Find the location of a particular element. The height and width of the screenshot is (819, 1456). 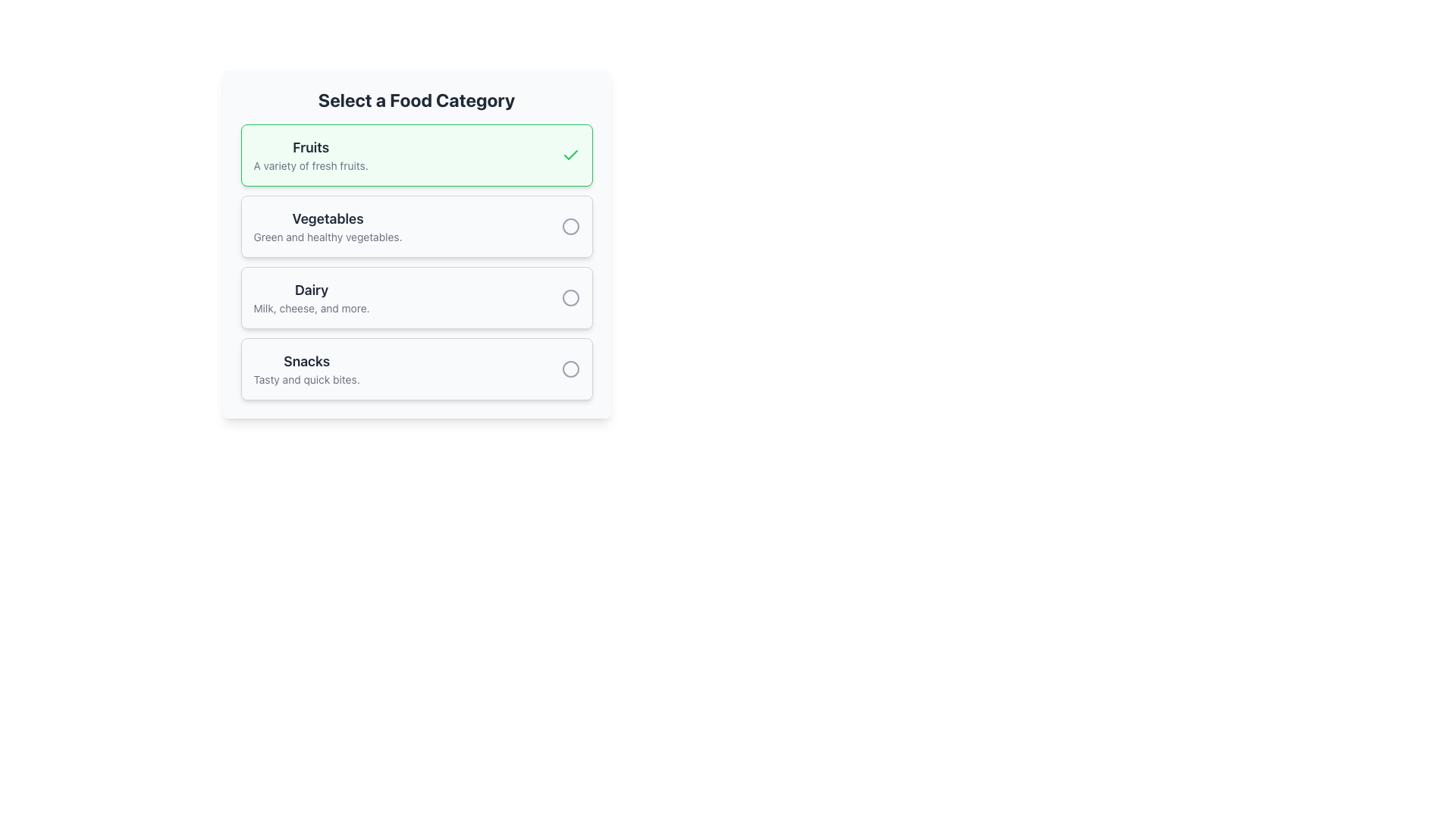

the text label that provides additional details about the 'Dairy' category, which is positioned directly below the 'Dairy' heading is located at coordinates (311, 308).